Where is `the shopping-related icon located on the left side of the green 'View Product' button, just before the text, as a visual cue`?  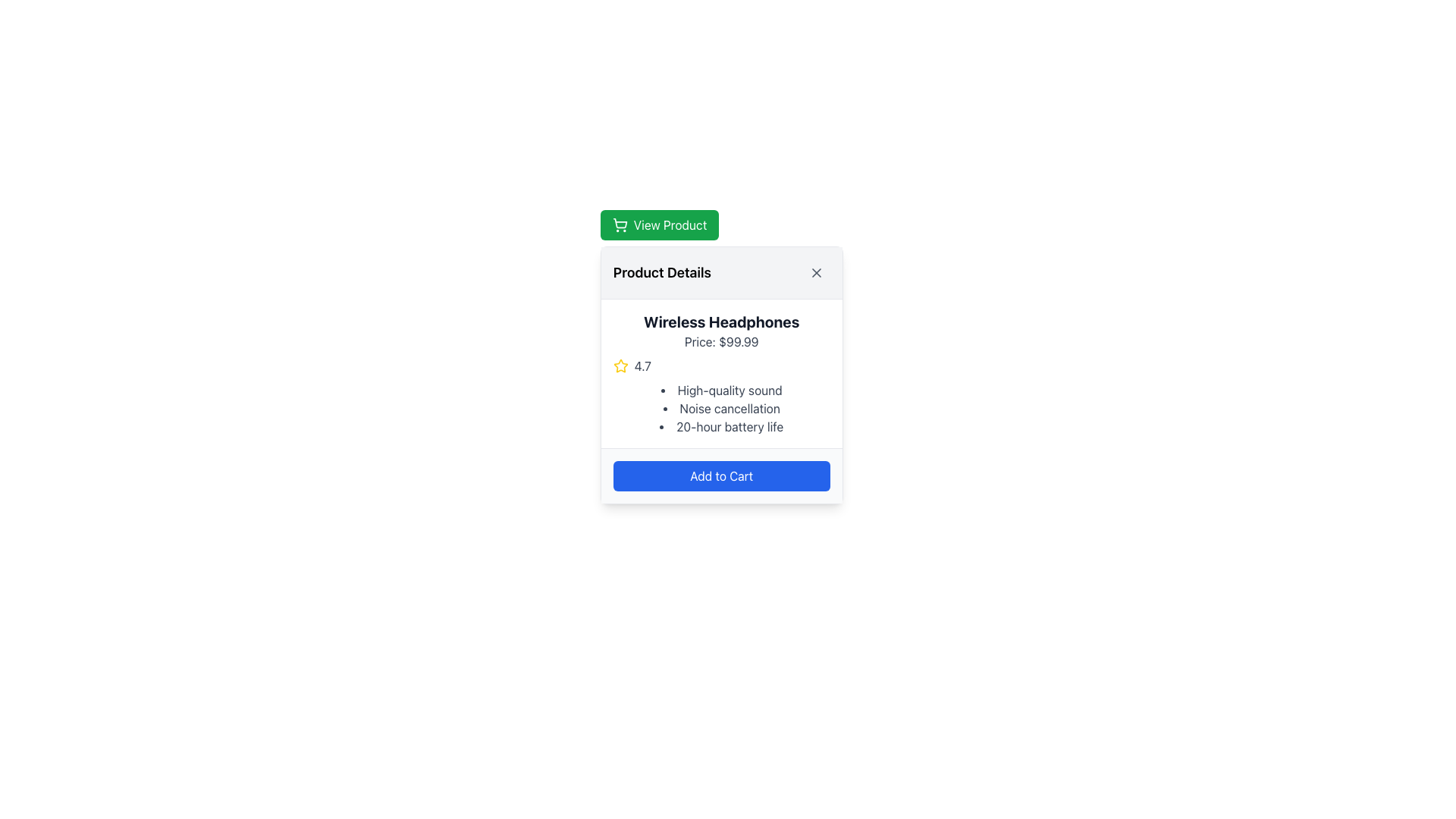 the shopping-related icon located on the left side of the green 'View Product' button, just before the text, as a visual cue is located at coordinates (620, 225).